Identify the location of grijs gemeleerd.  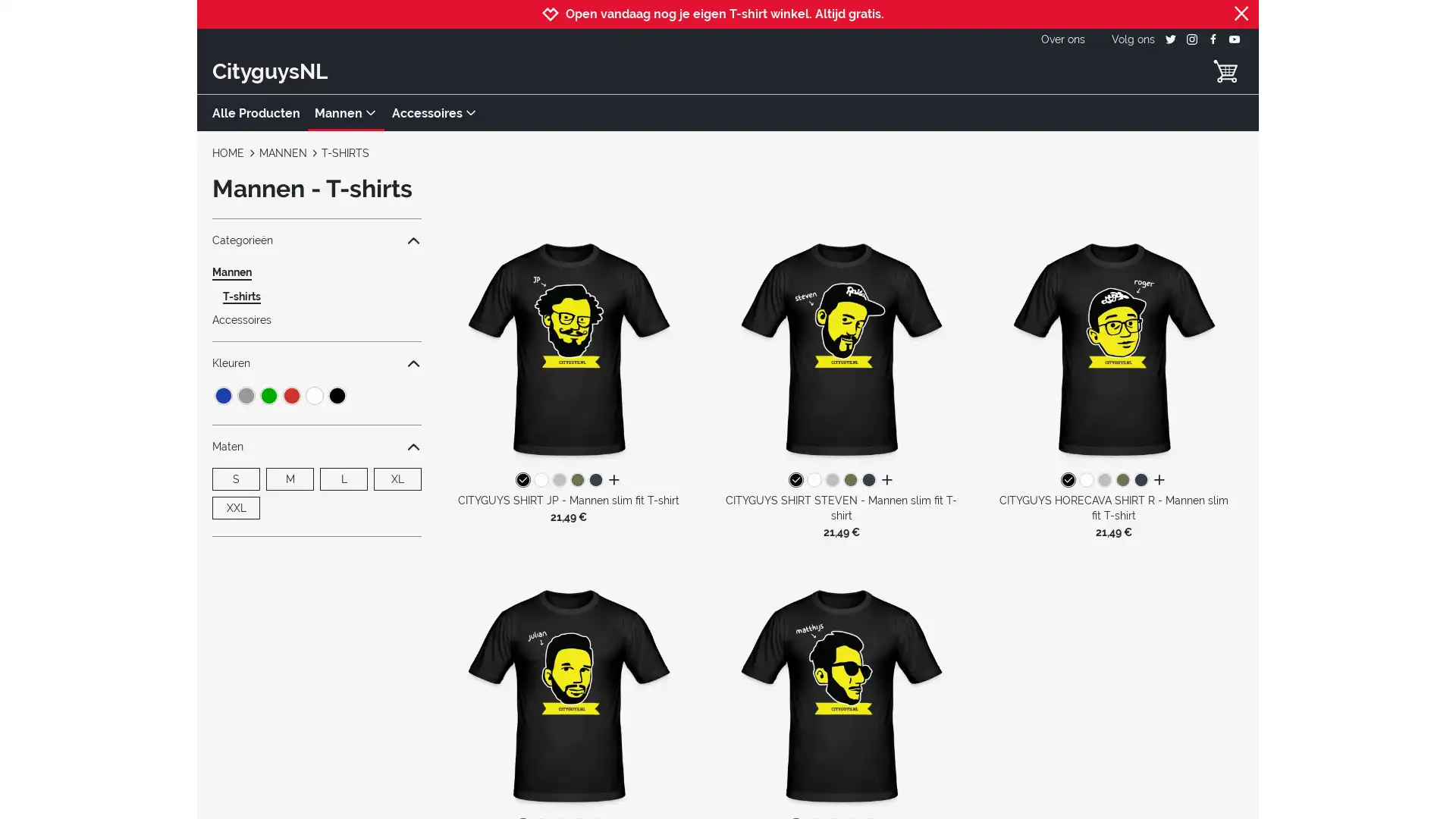
(1105, 480).